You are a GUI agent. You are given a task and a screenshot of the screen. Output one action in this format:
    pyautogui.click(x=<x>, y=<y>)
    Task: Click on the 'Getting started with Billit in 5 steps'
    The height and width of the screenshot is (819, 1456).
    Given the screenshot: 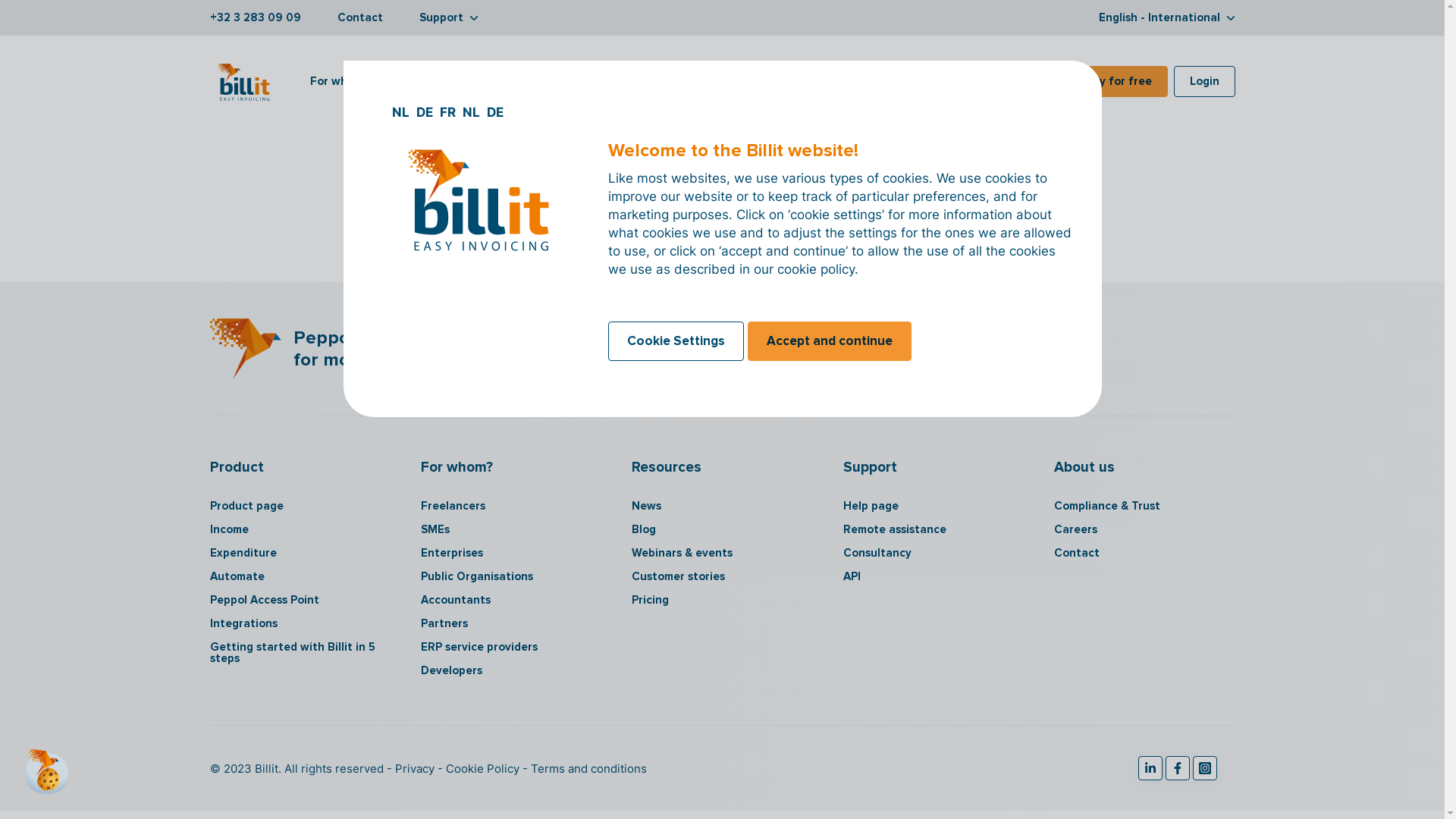 What is the action you would take?
    pyautogui.click(x=299, y=651)
    